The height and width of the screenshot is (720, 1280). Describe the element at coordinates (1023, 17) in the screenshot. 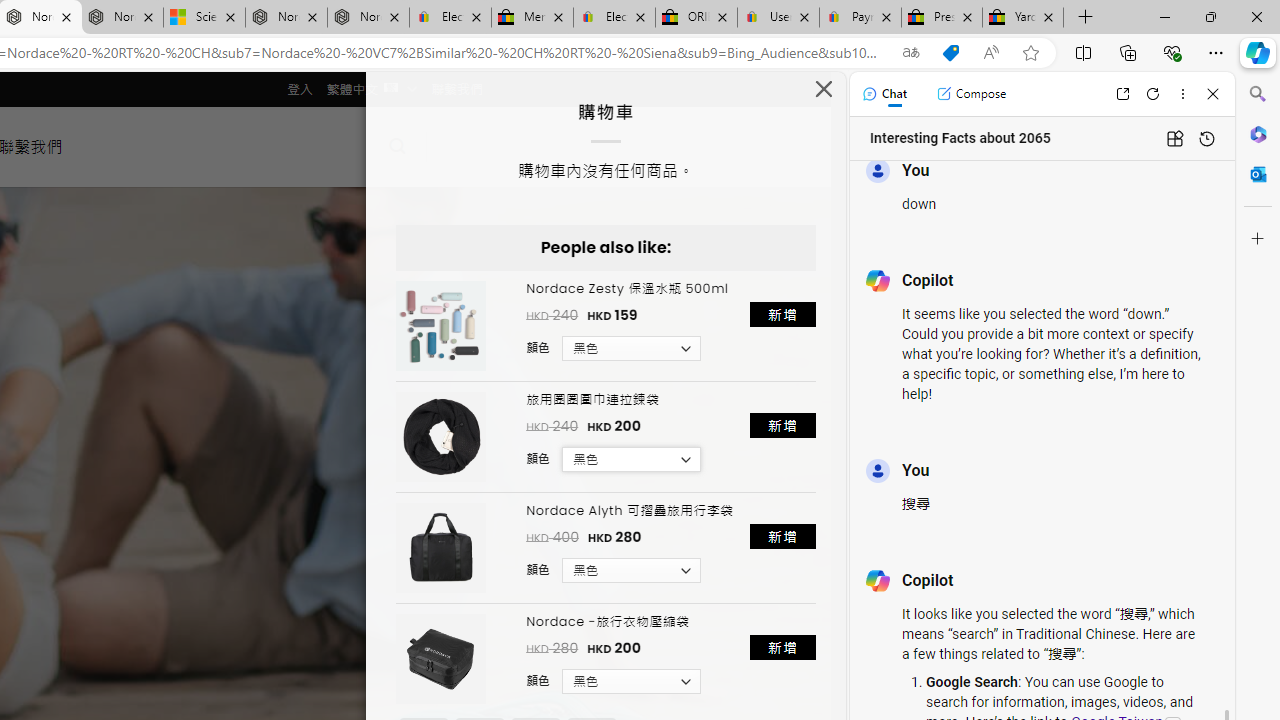

I see `'Yard, Garden & Outdoor Living'` at that location.